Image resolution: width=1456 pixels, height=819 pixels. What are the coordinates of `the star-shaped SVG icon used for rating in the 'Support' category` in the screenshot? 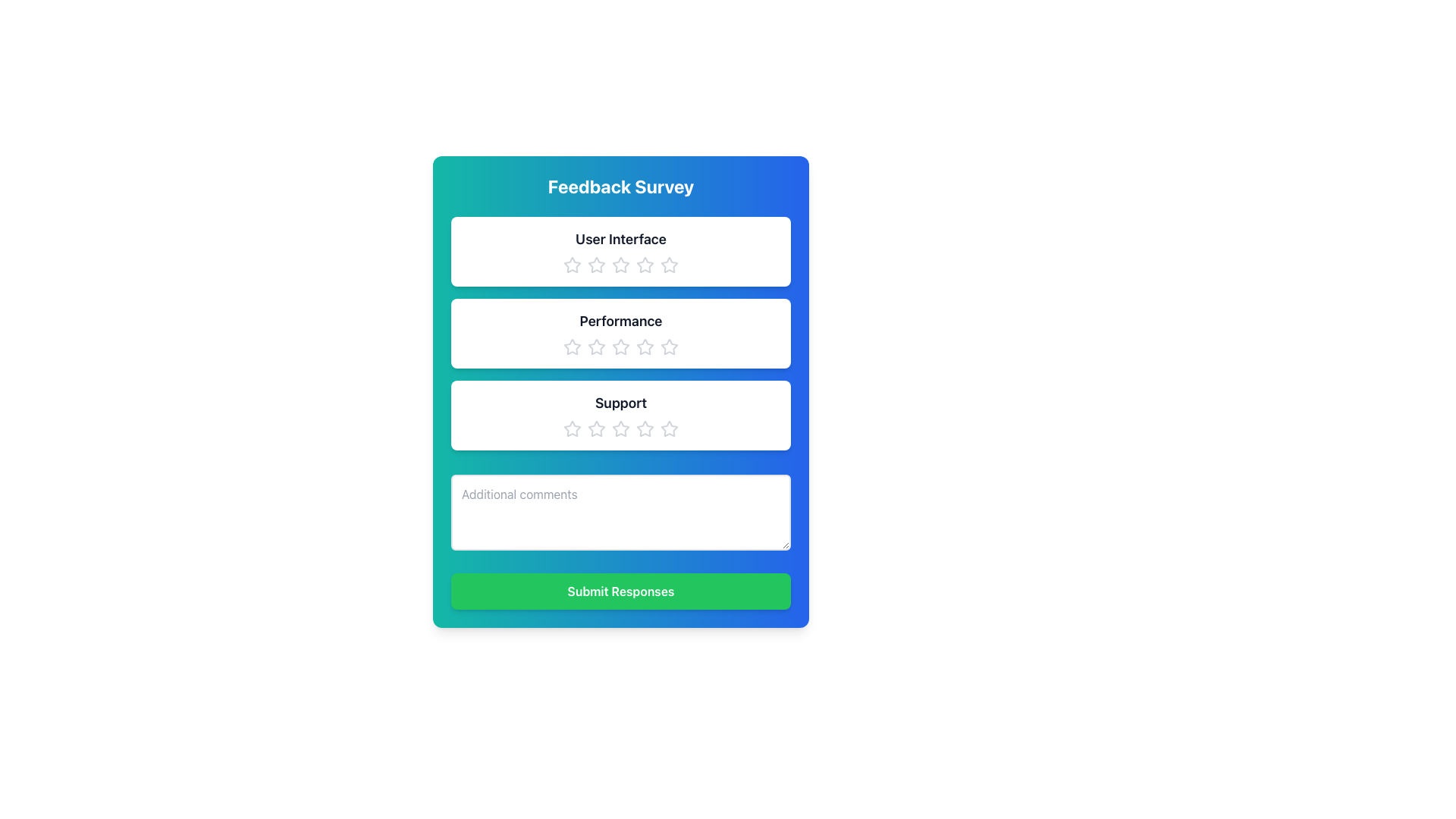 It's located at (596, 428).